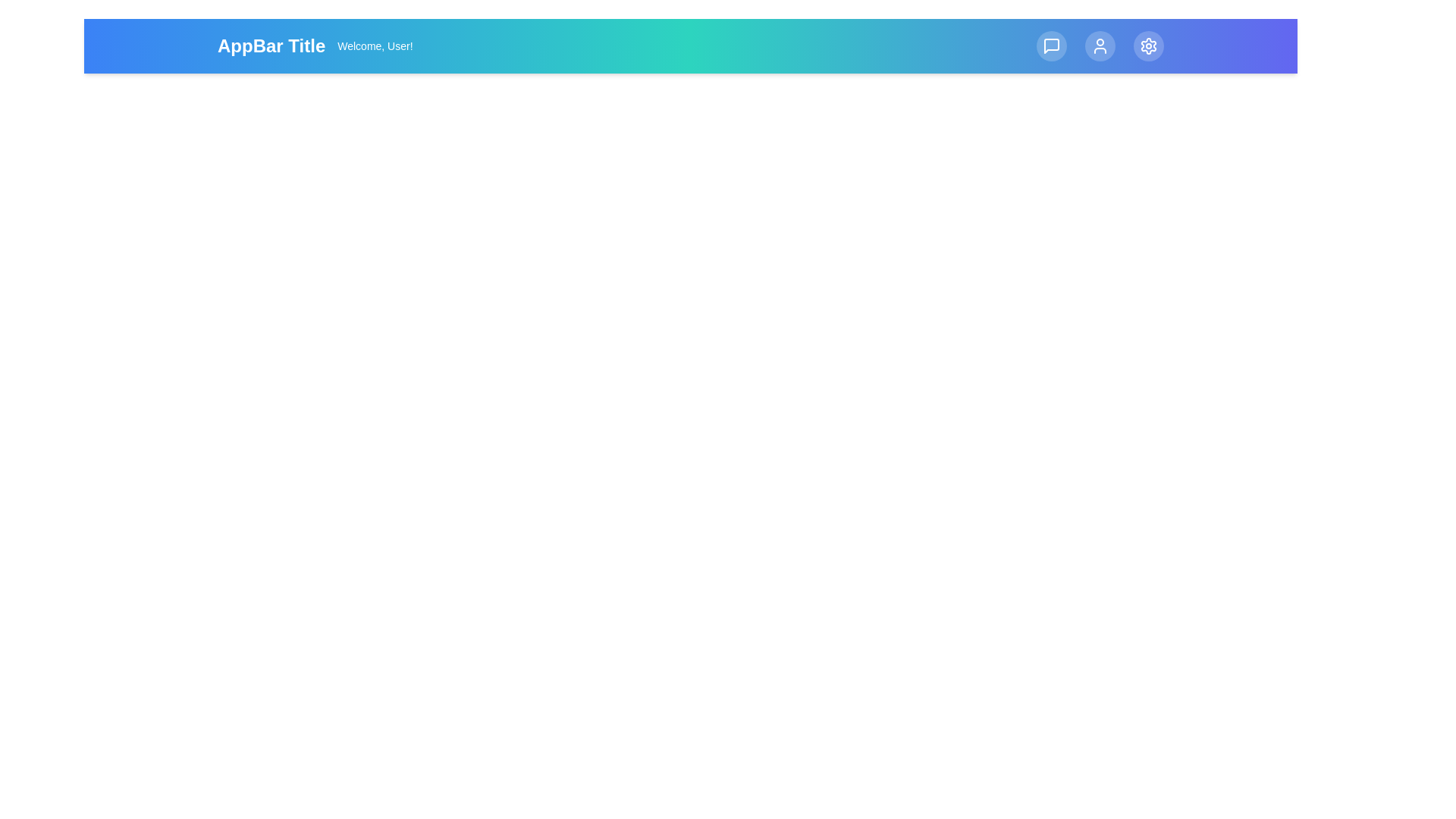 The width and height of the screenshot is (1456, 819). I want to click on the 'Profile' button located at the top right of the app bar, so click(1100, 45).